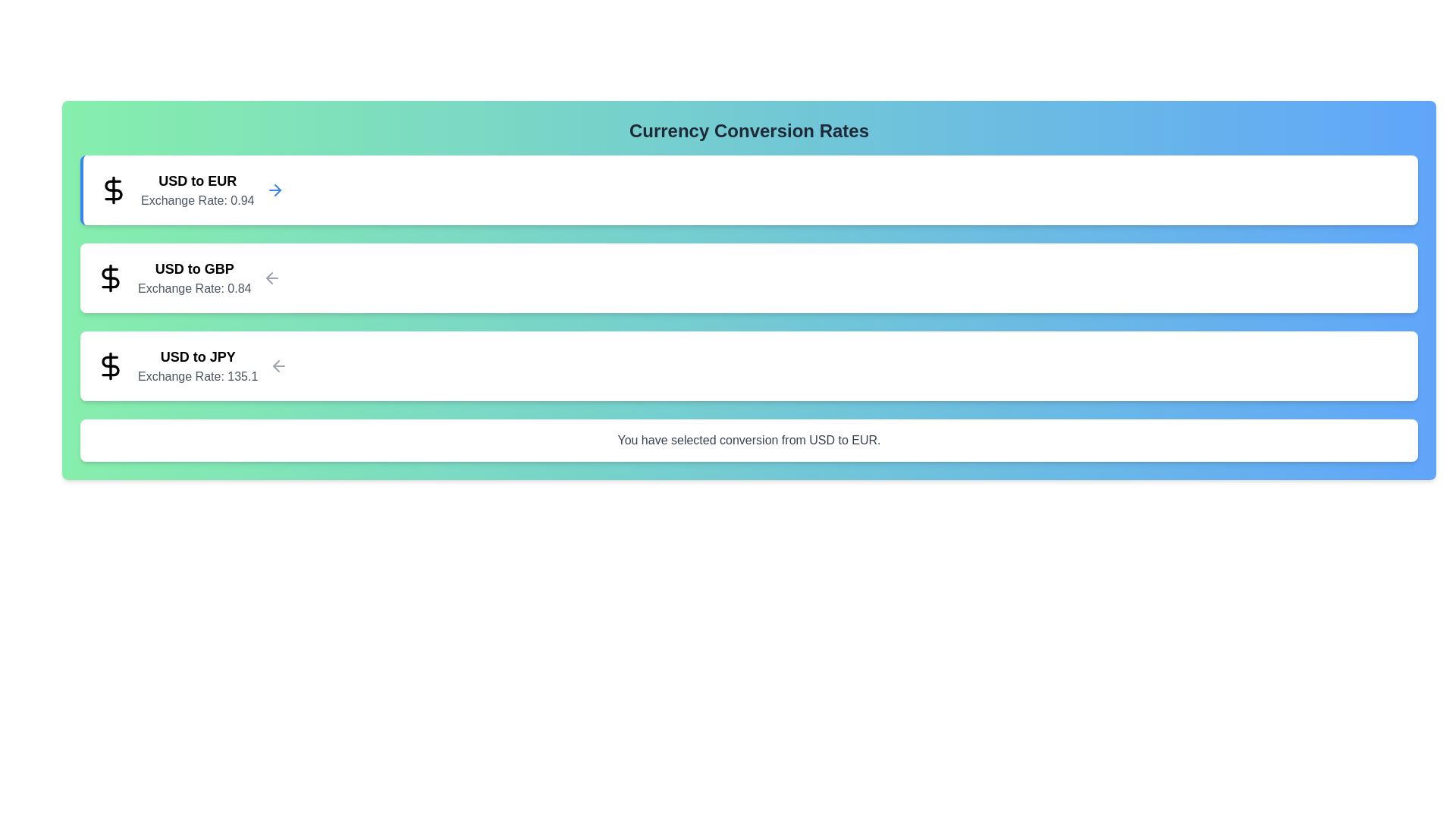 The image size is (1456, 819). What do you see at coordinates (196, 189) in the screenshot?
I see `the Display card that shows the exchange rate from USD to EUR, which is the topmost card in a vertically stacked list of currency conversion options` at bounding box center [196, 189].